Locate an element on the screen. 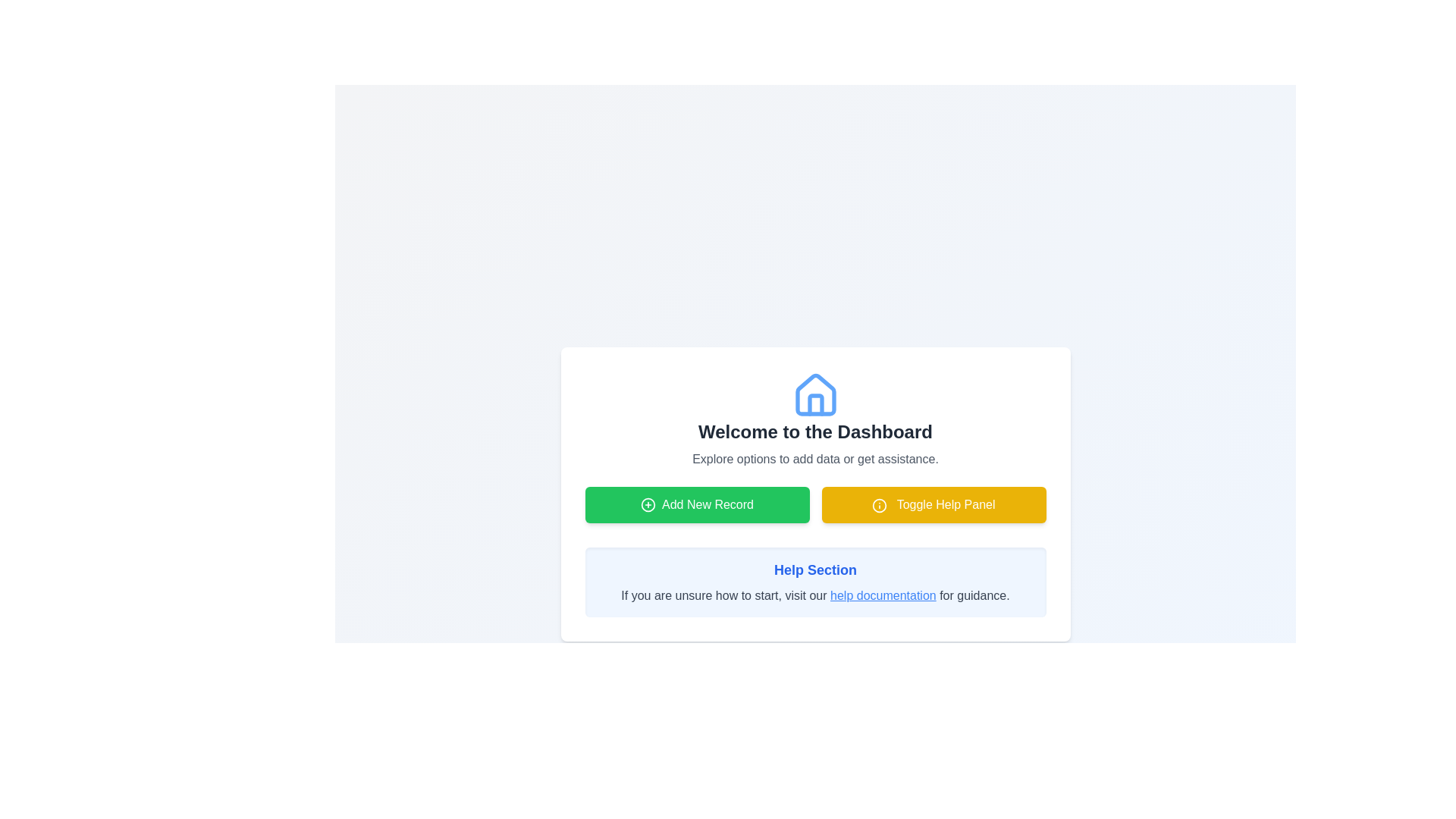  the help icon located to the immediate left of the text inside the 'Toggle Help Panel' button for contextual information is located at coordinates (880, 505).